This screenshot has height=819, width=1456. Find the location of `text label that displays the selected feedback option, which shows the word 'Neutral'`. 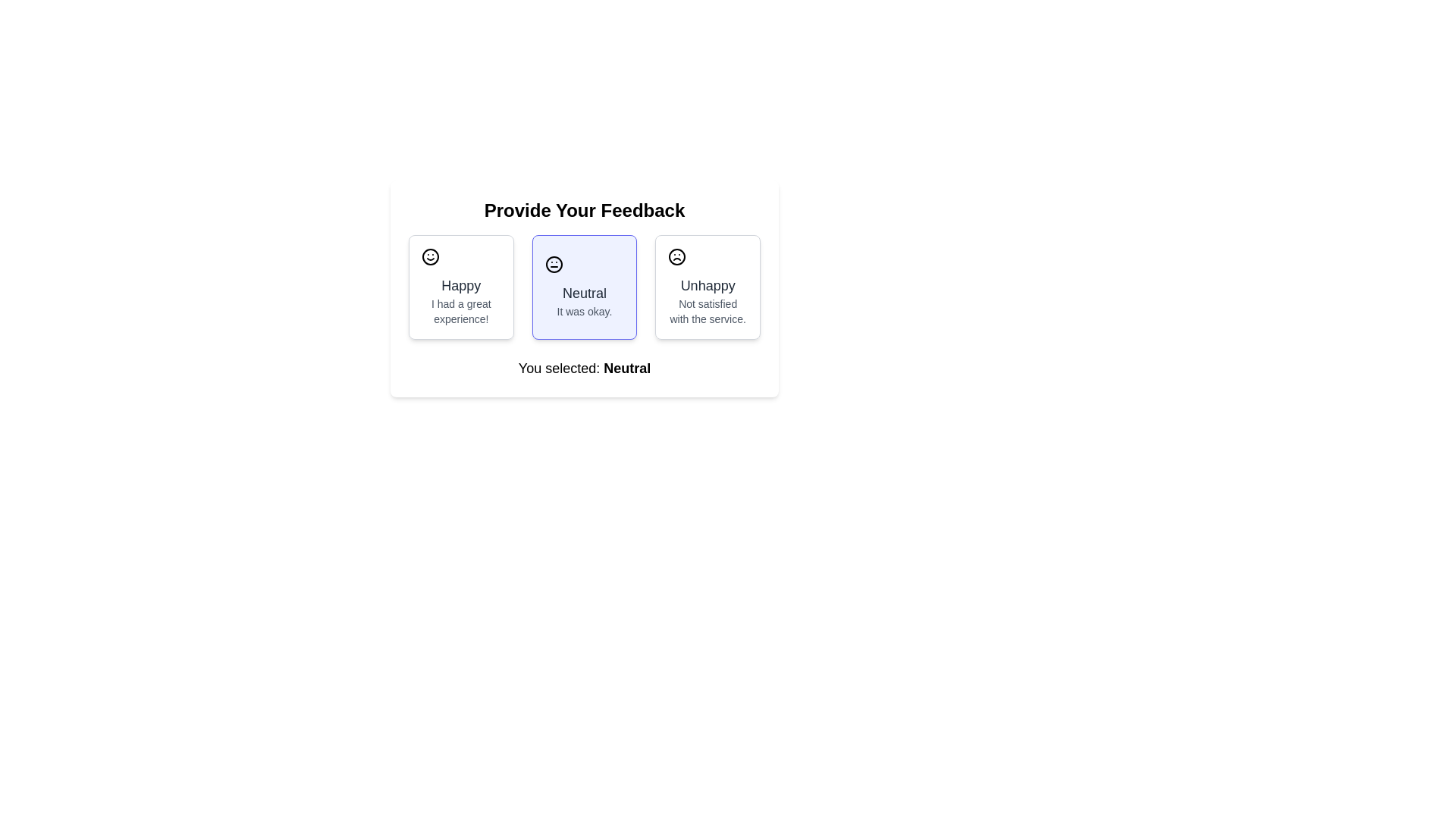

text label that displays the selected feedback option, which shows the word 'Neutral' is located at coordinates (627, 369).